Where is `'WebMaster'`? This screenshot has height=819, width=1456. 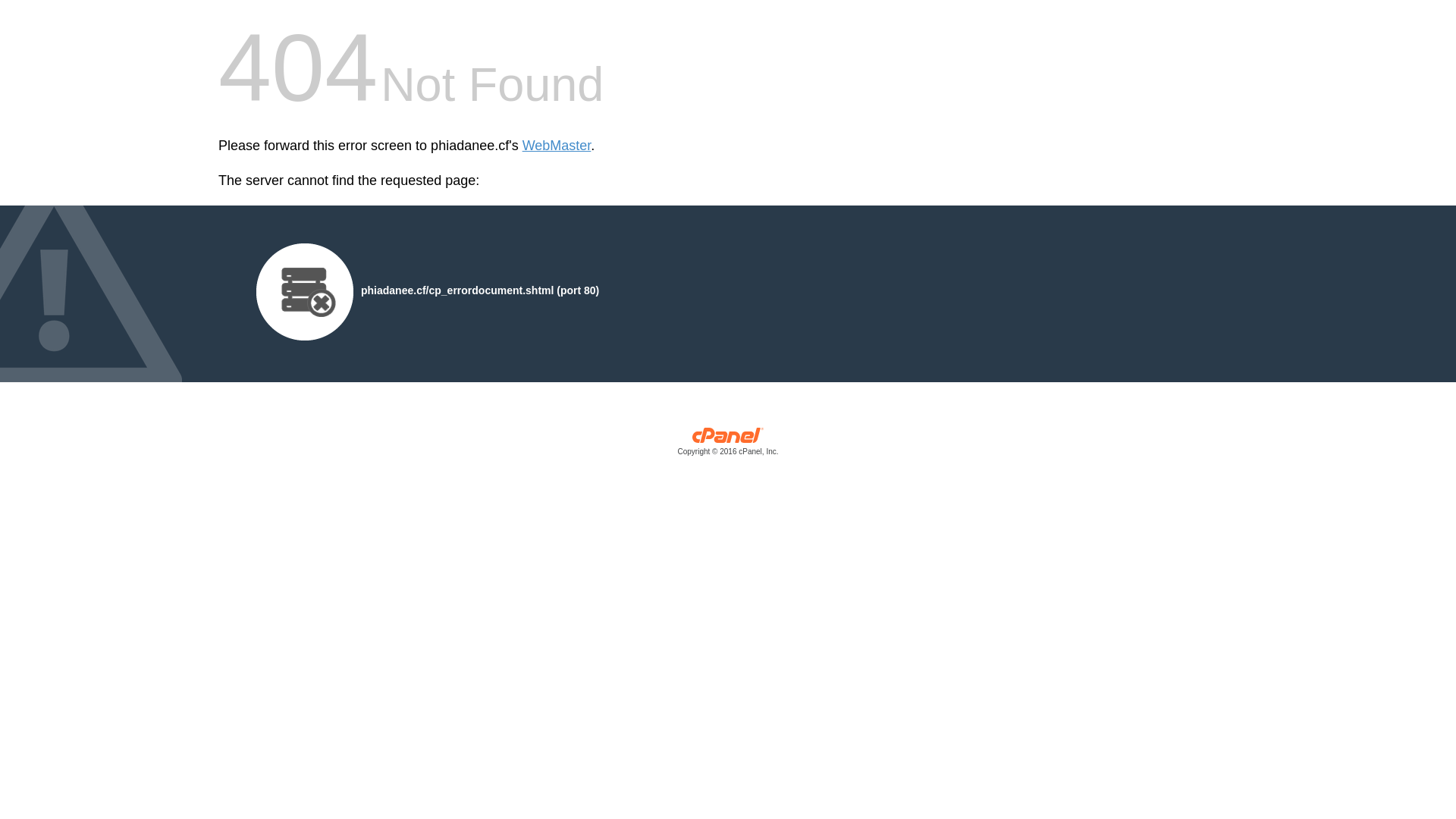 'WebMaster' is located at coordinates (522, 146).